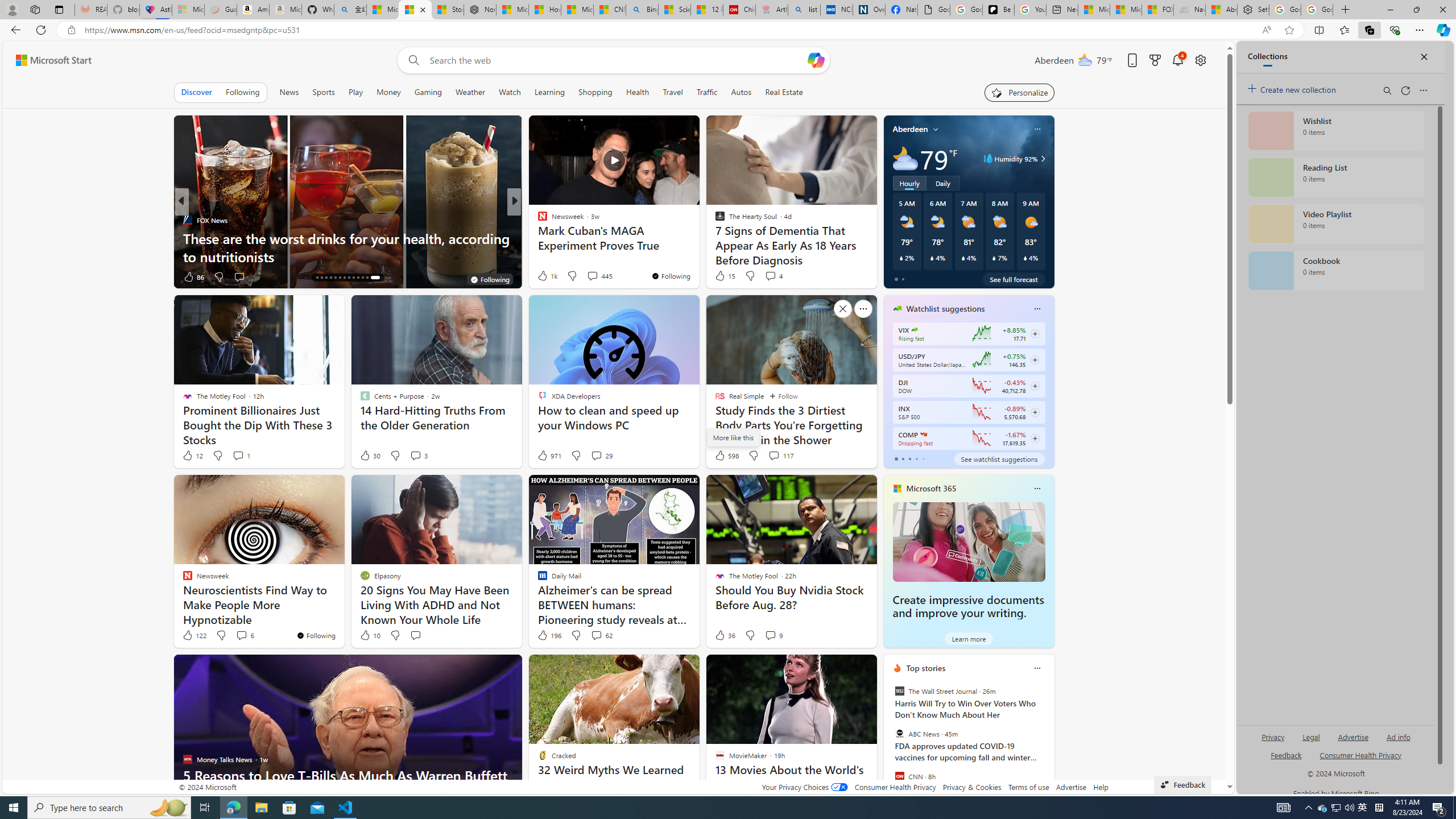 The image size is (1456, 819). I want to click on 'Shopping', so click(595, 92).